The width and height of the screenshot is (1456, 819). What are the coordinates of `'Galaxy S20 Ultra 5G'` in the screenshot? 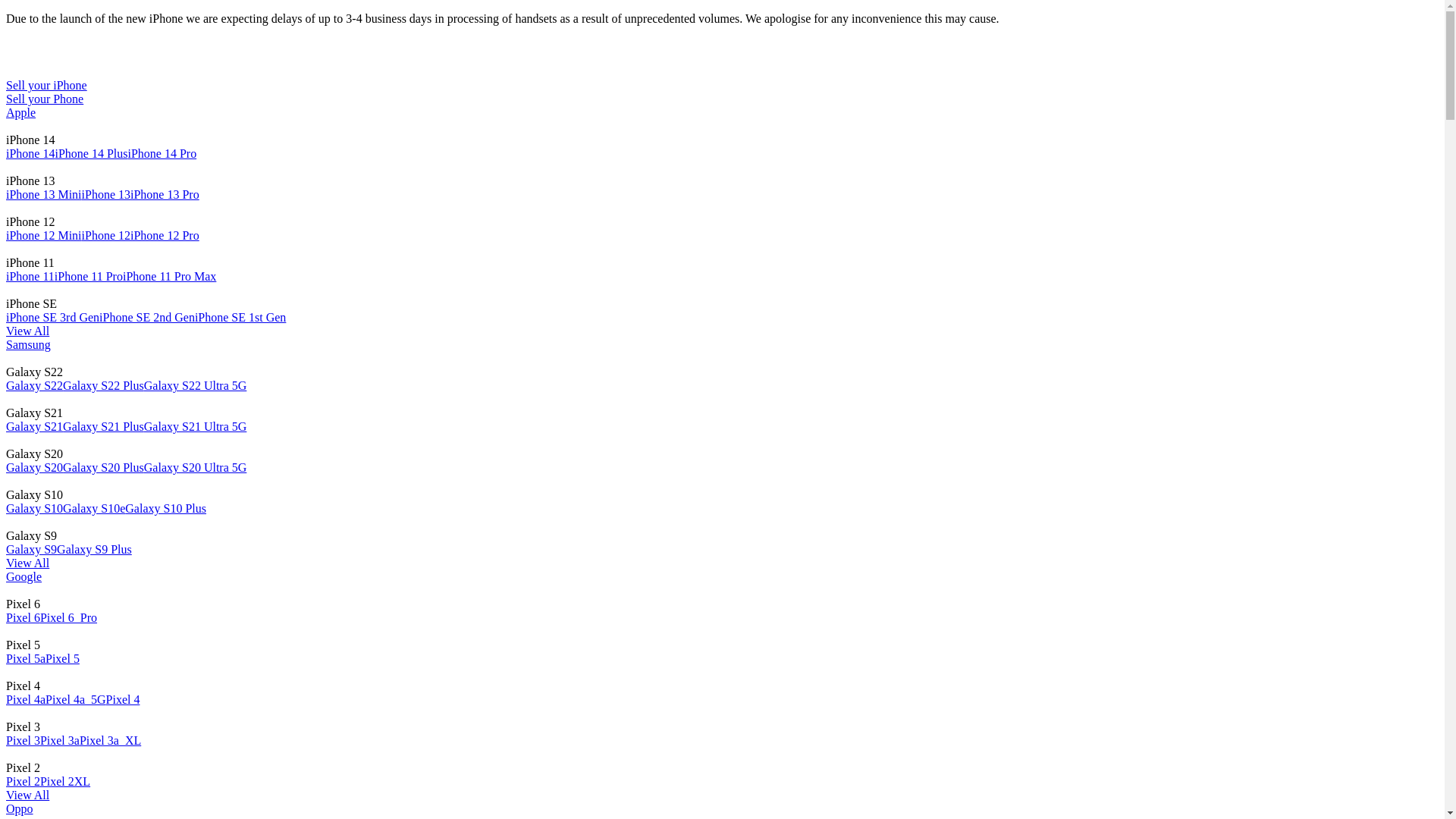 It's located at (195, 466).